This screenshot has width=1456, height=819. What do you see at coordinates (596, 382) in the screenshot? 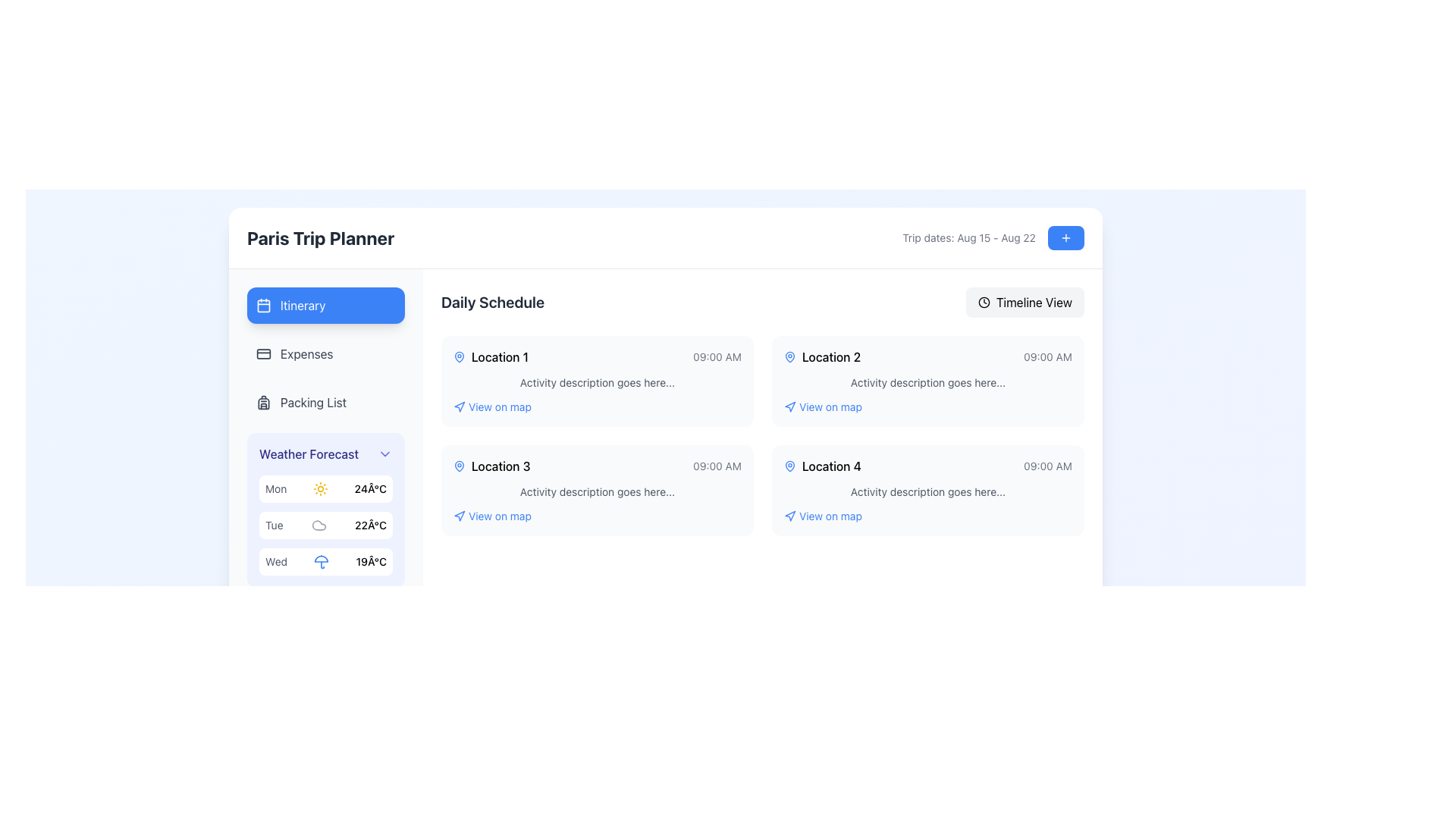
I see `the Text element that serves as a placeholder description for the activity associated with 'Location 1', located in the Daily Schedule area, beneath the title and time information` at bounding box center [596, 382].